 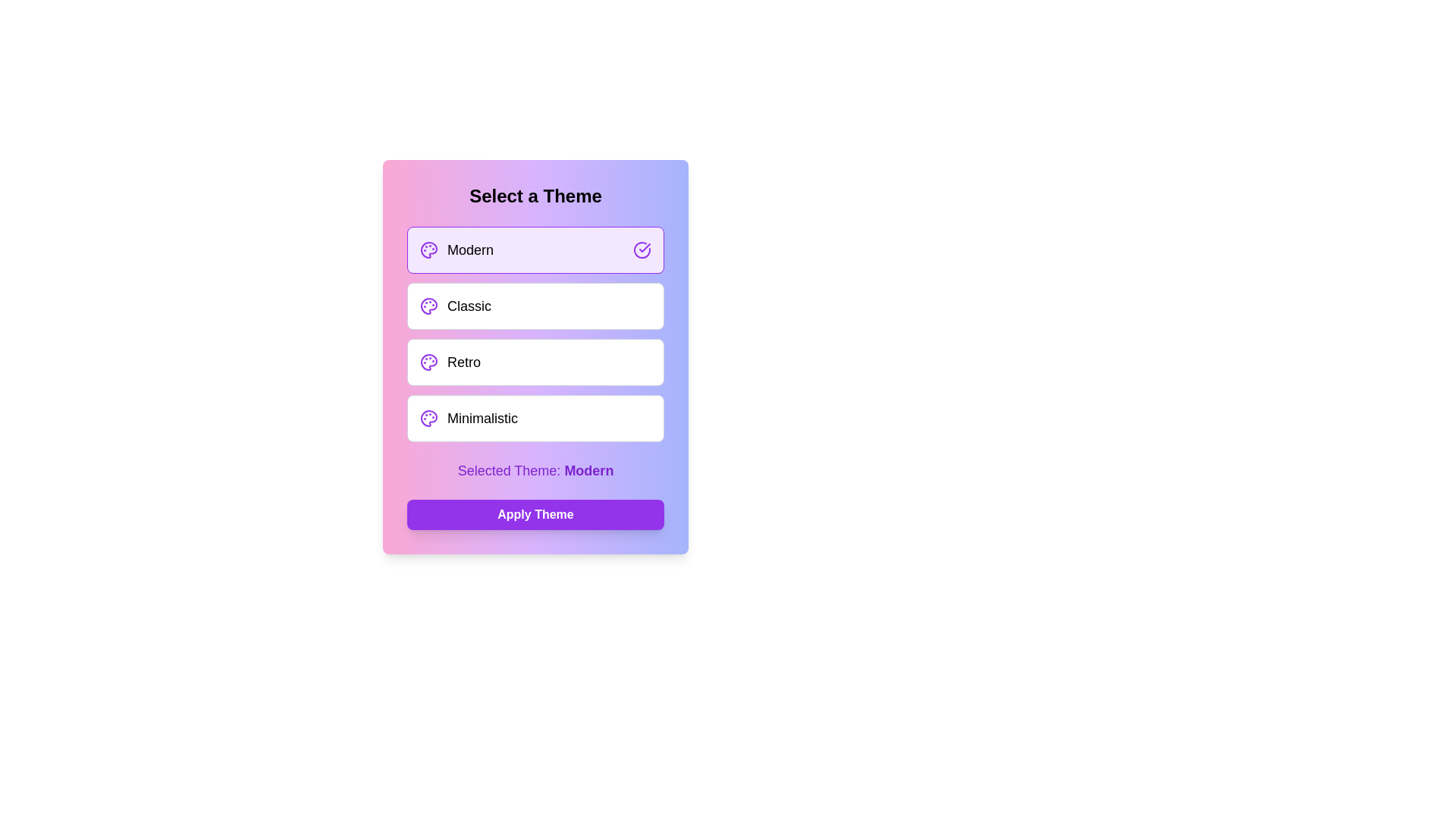 What do you see at coordinates (535, 195) in the screenshot?
I see `the bold, centered title text reading 'Select a Theme' which is styled with a large font size and positioned at the top of a card-like component` at bounding box center [535, 195].